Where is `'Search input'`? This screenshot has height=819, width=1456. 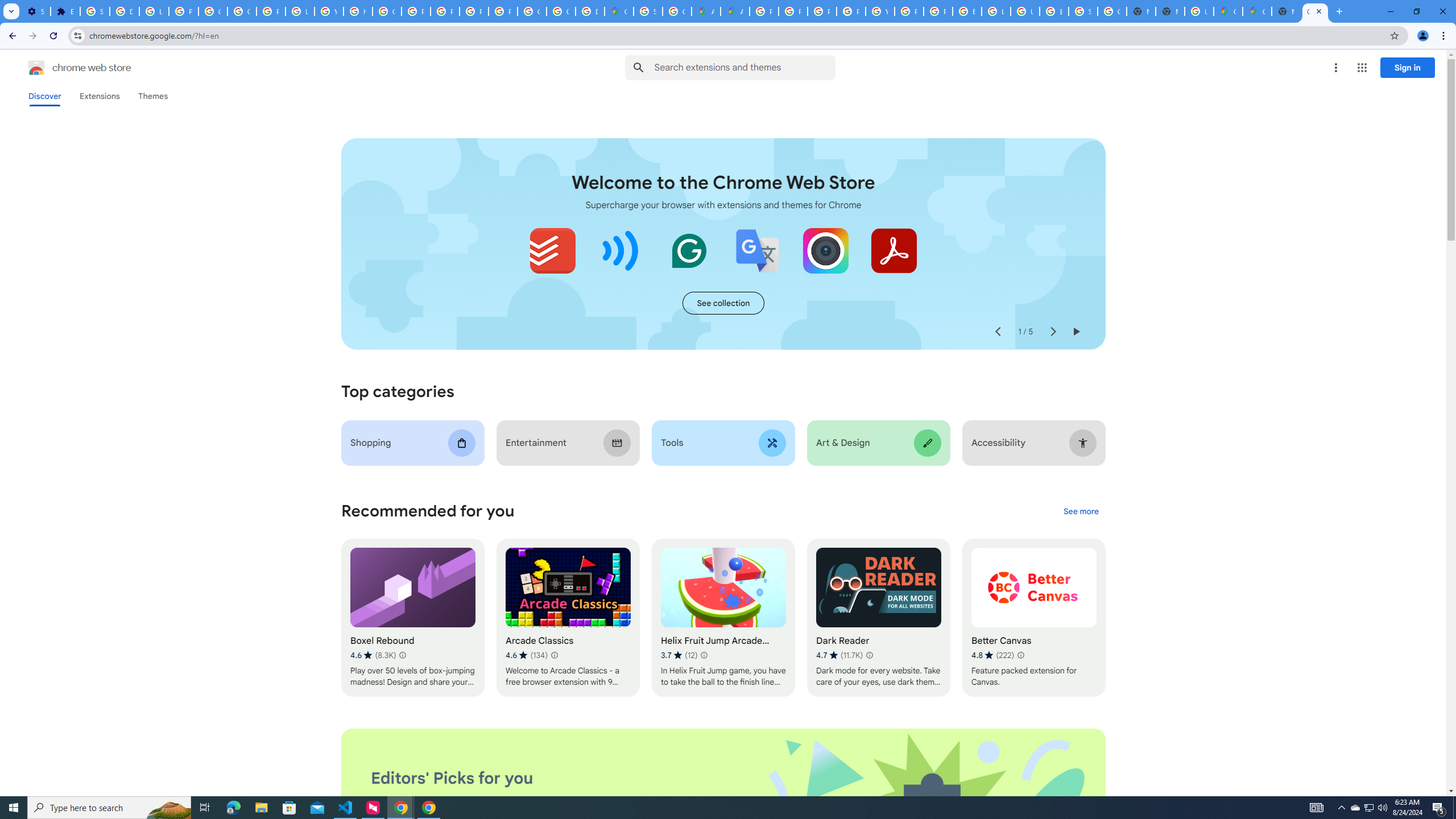
'Search input' is located at coordinates (744, 67).